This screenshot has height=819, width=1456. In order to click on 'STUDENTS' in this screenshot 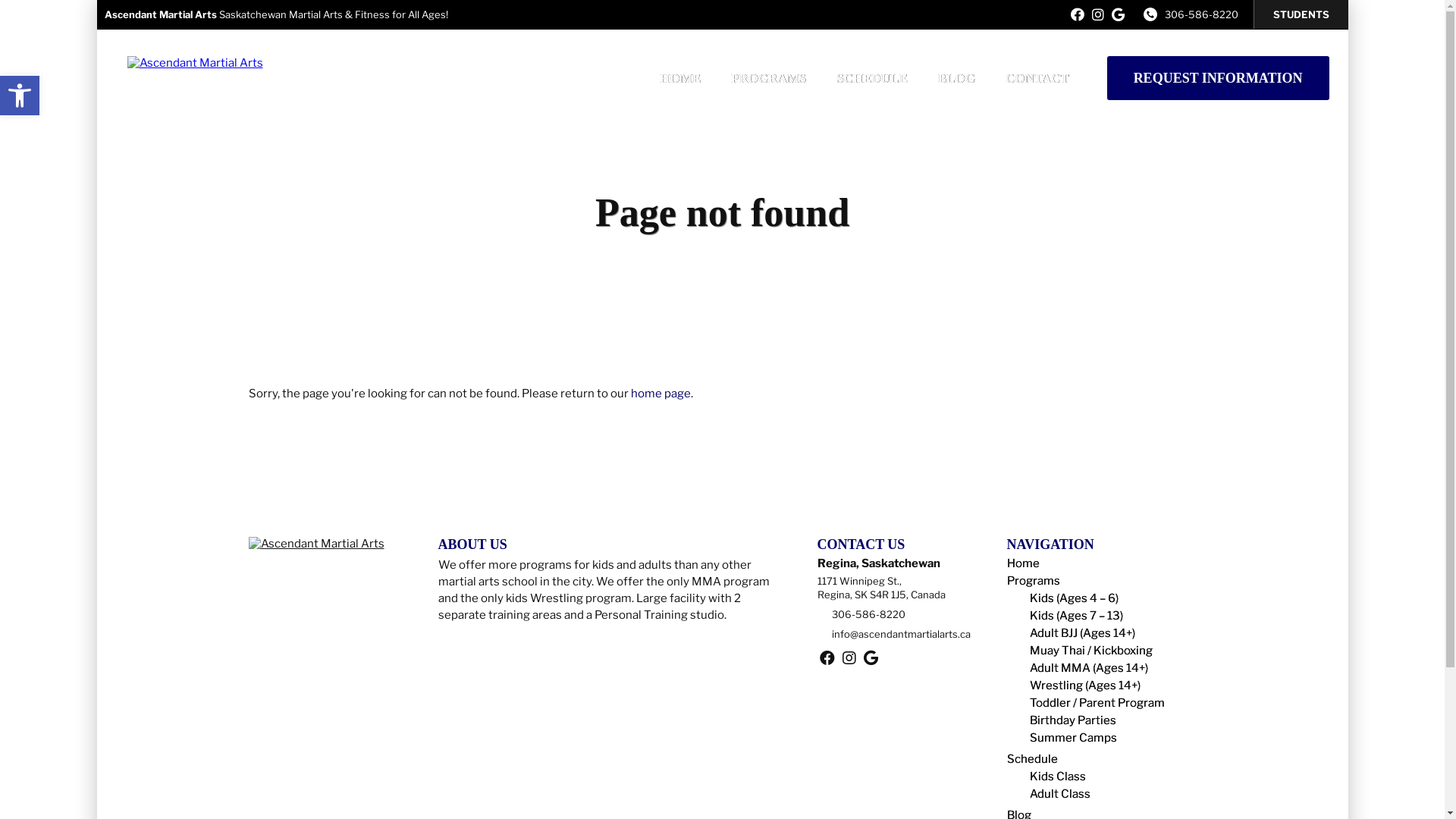, I will do `click(1272, 14)`.